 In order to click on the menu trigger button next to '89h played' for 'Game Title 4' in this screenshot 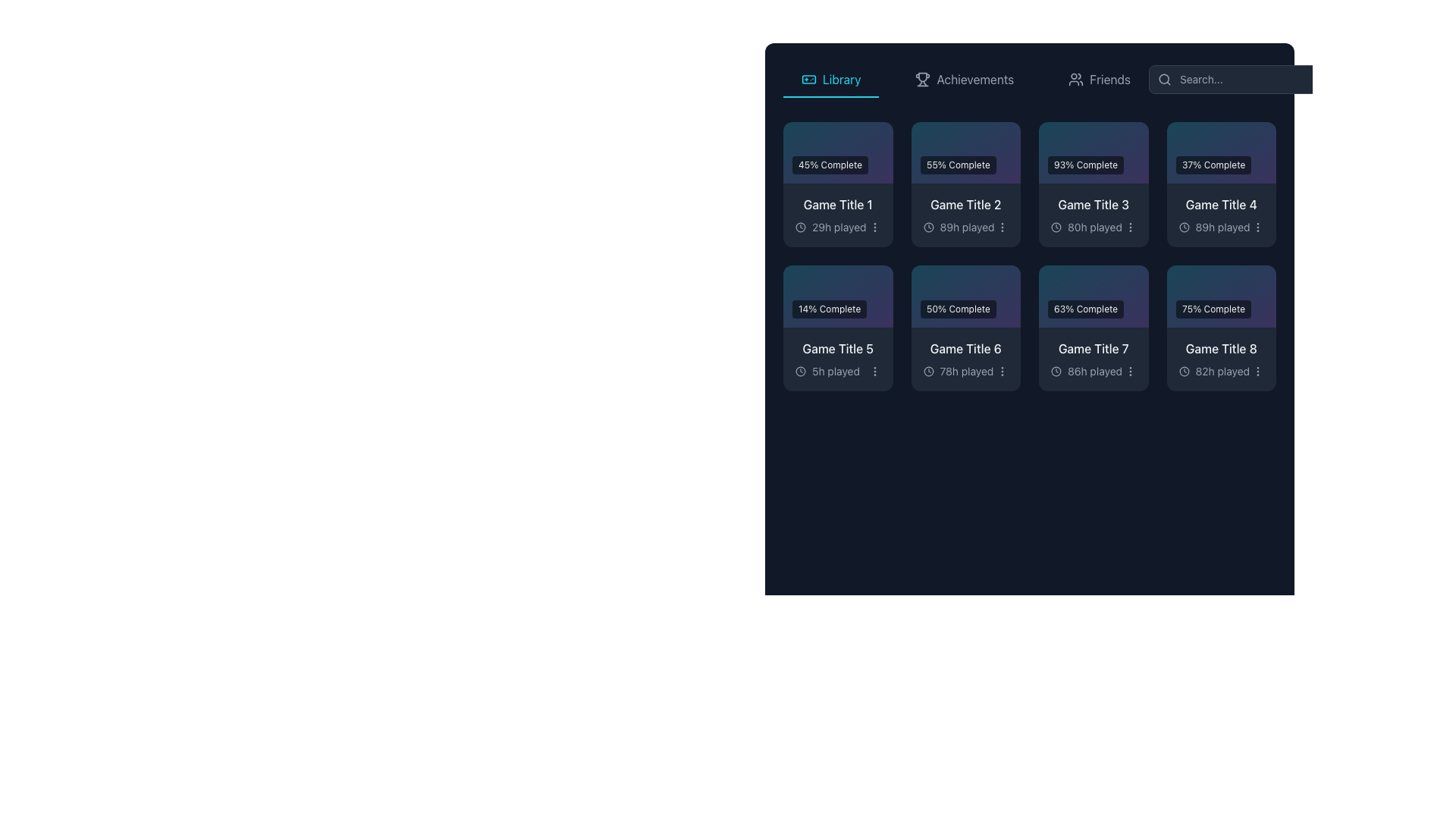, I will do `click(1258, 227)`.